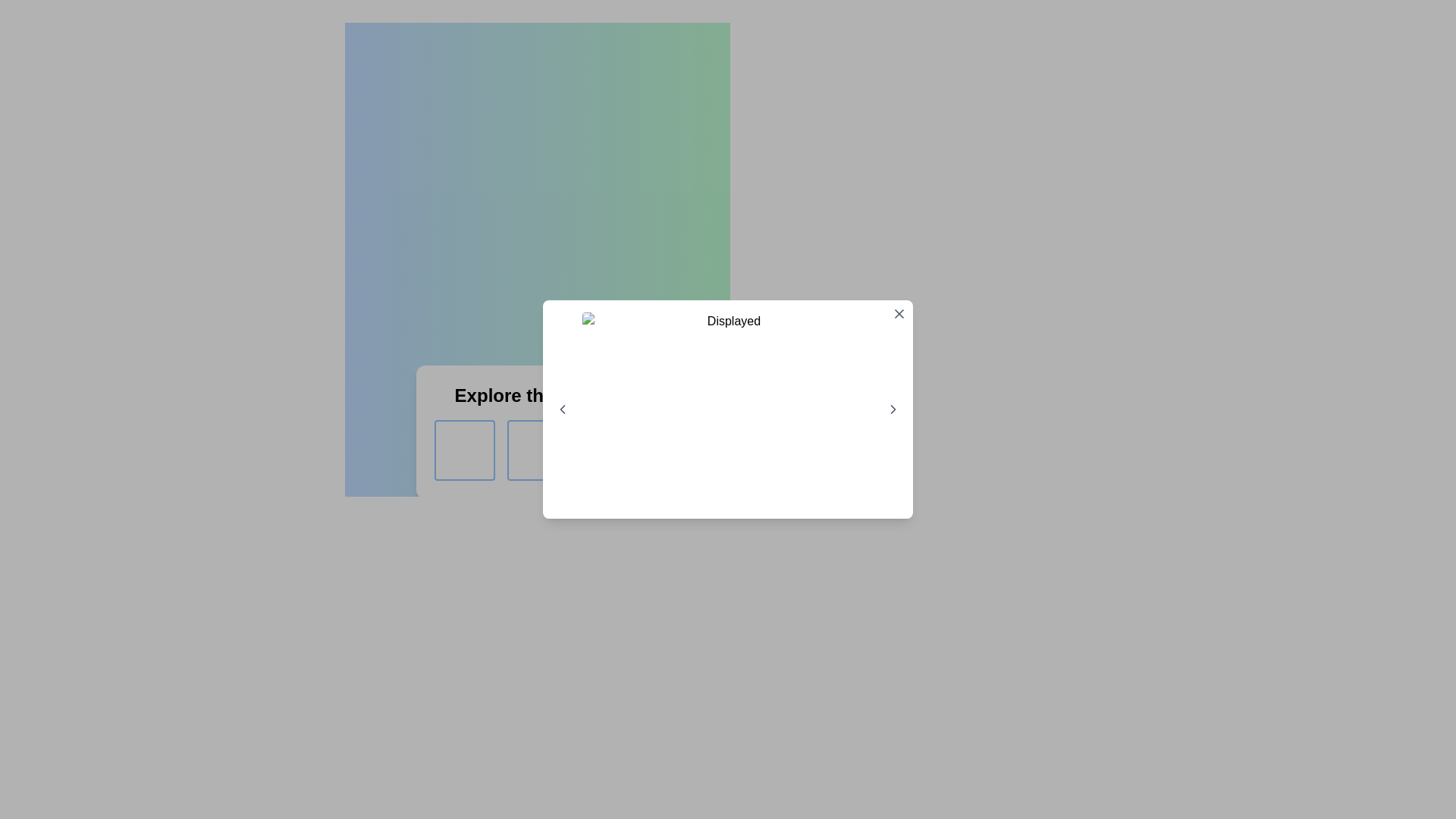 This screenshot has width=1456, height=819. Describe the element at coordinates (562, 409) in the screenshot. I see `the left-pointing chevron icon button in the modal` at that location.